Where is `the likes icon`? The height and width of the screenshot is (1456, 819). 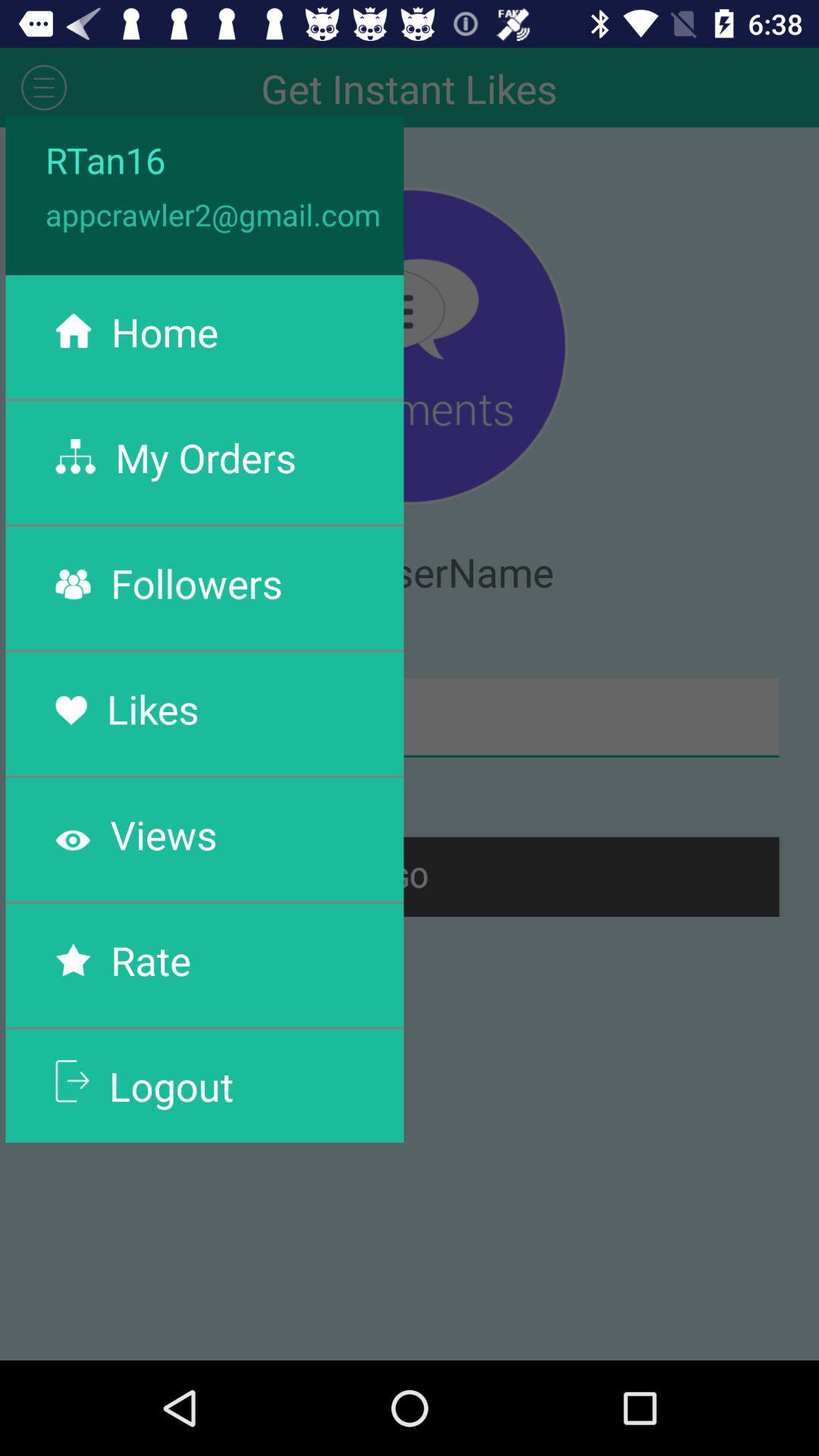 the likes icon is located at coordinates (152, 708).